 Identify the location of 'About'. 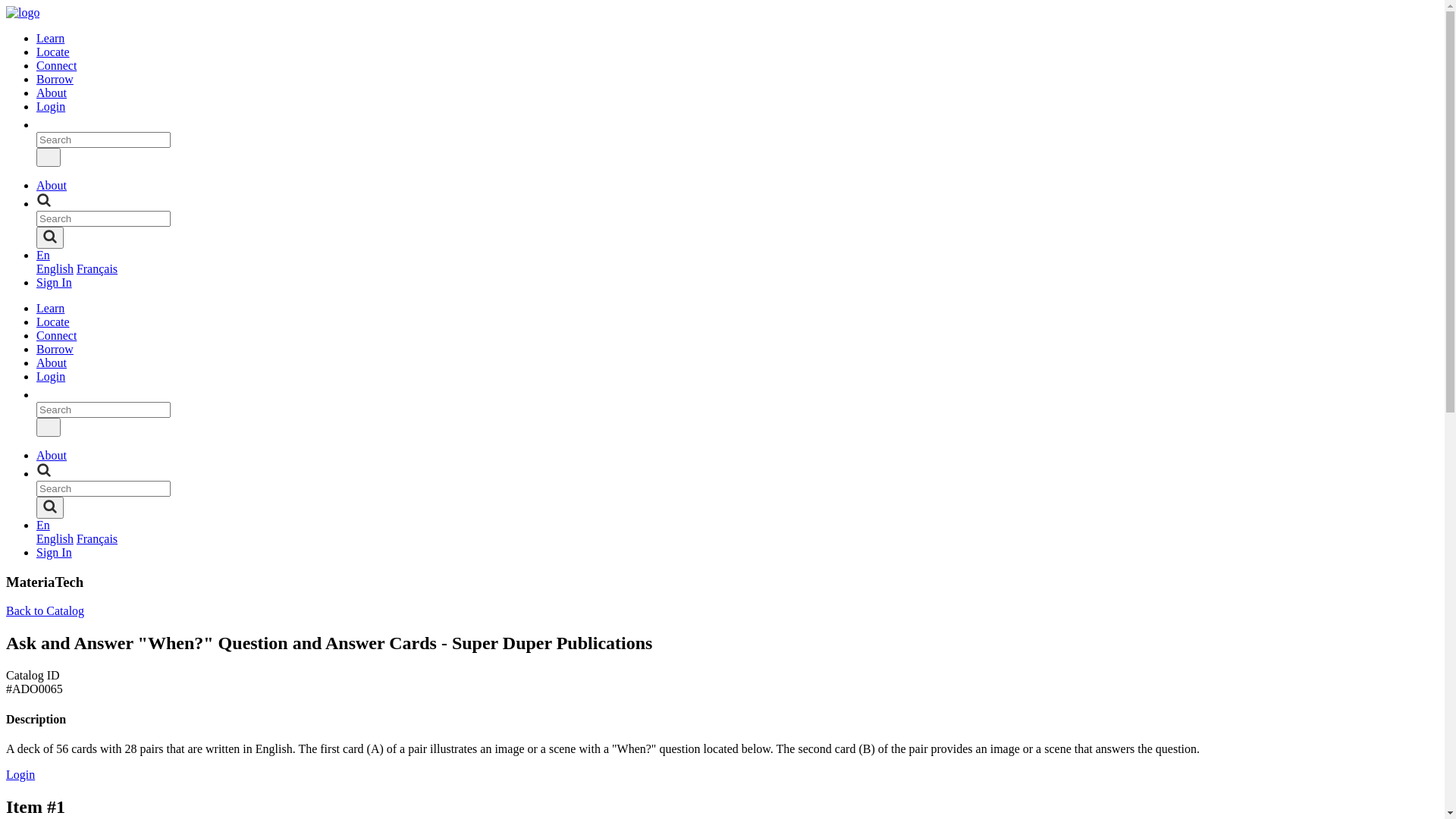
(51, 454).